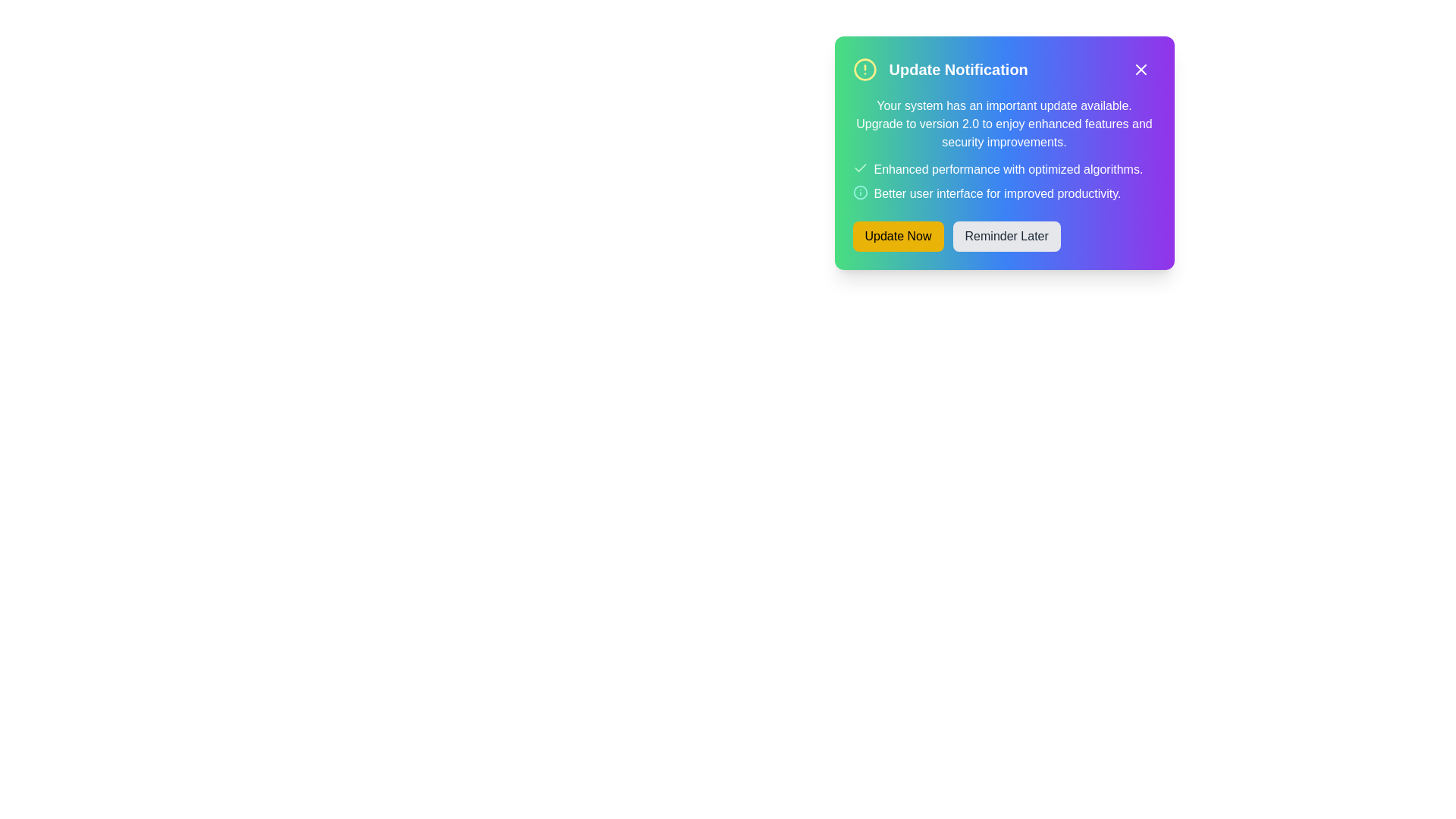 This screenshot has height=819, width=1456. Describe the element at coordinates (1006, 237) in the screenshot. I see `the 'Reminder Later' button in the notification dialog to postpone the action` at that location.